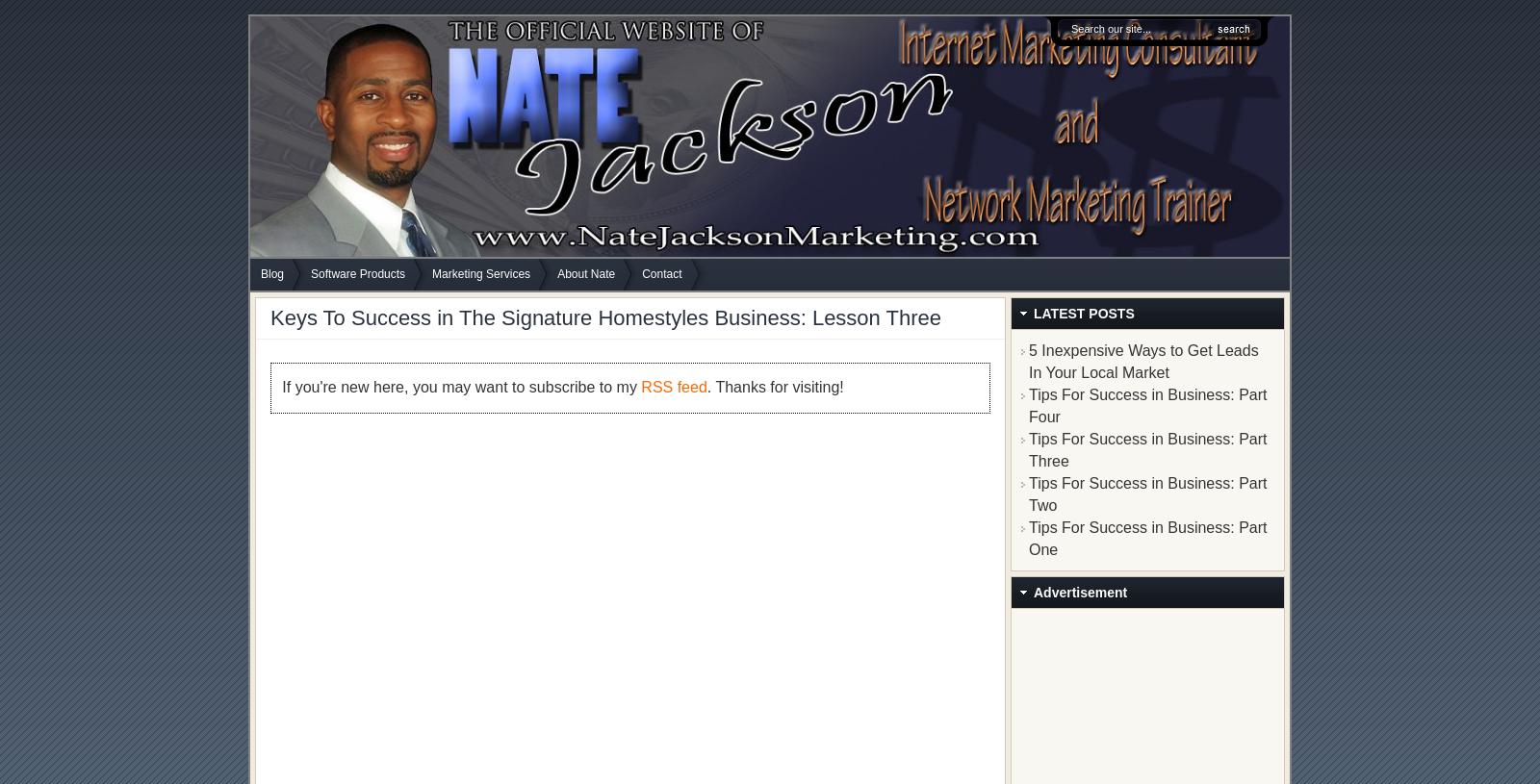  I want to click on 'If you're new here, you may want to subscribe to my', so click(460, 386).